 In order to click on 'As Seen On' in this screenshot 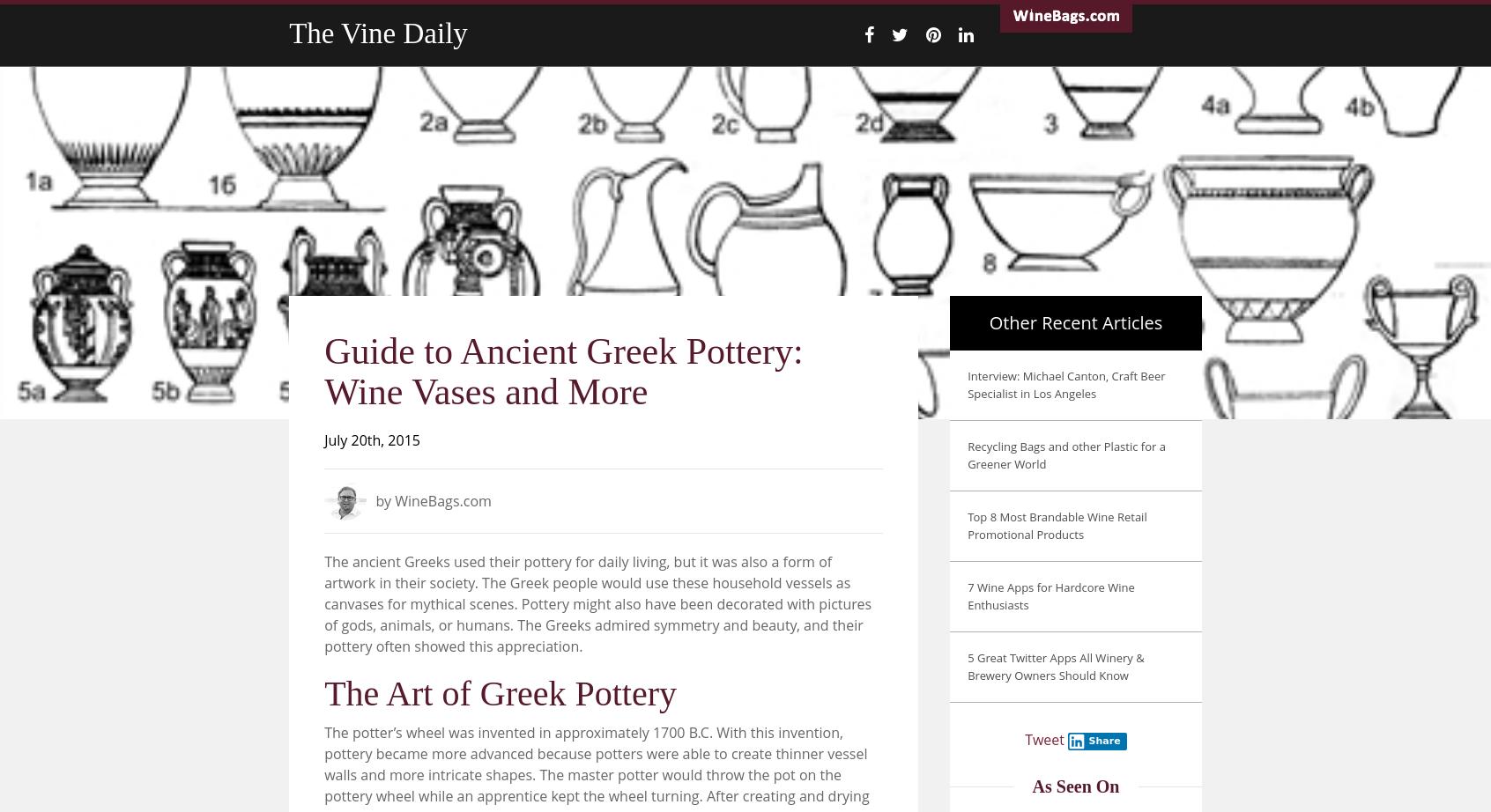, I will do `click(1075, 785)`.